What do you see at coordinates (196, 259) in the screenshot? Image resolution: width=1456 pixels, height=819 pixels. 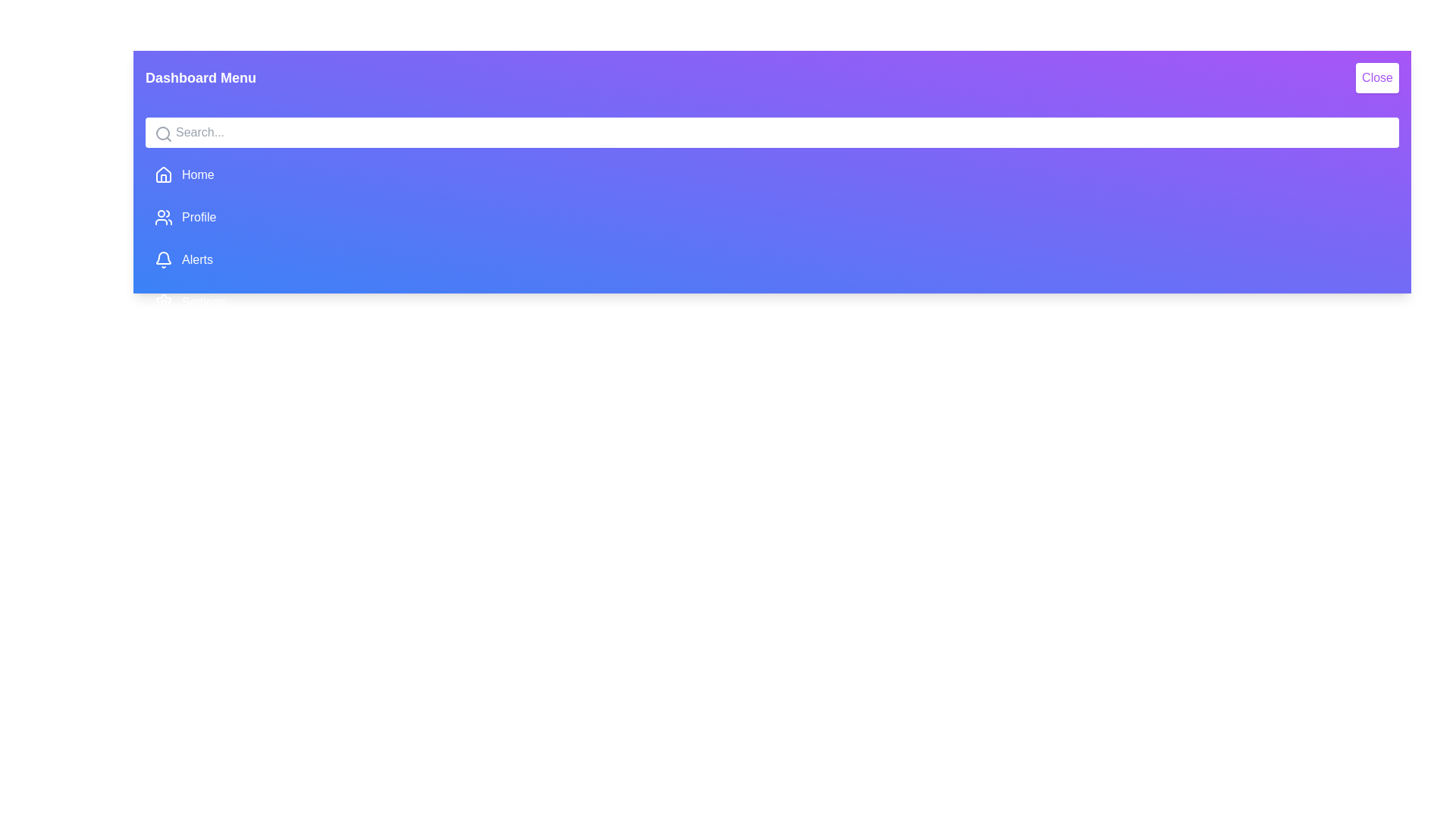 I see `the 'Alerts' text label, which is displayed in white on a blue background, located below the 'Profile' menu item in the vertical navigation list` at bounding box center [196, 259].